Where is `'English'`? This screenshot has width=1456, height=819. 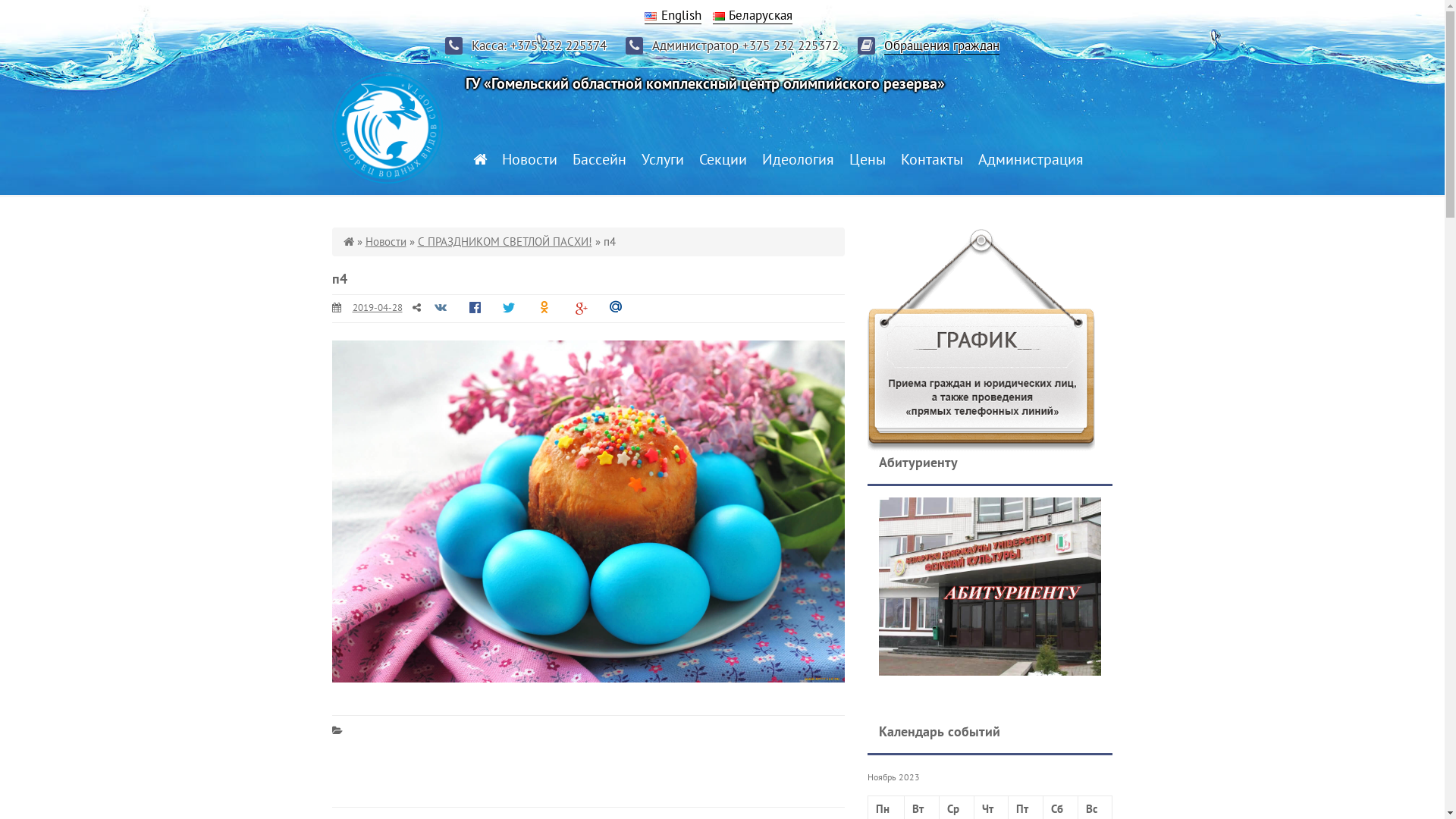 'English' is located at coordinates (672, 15).